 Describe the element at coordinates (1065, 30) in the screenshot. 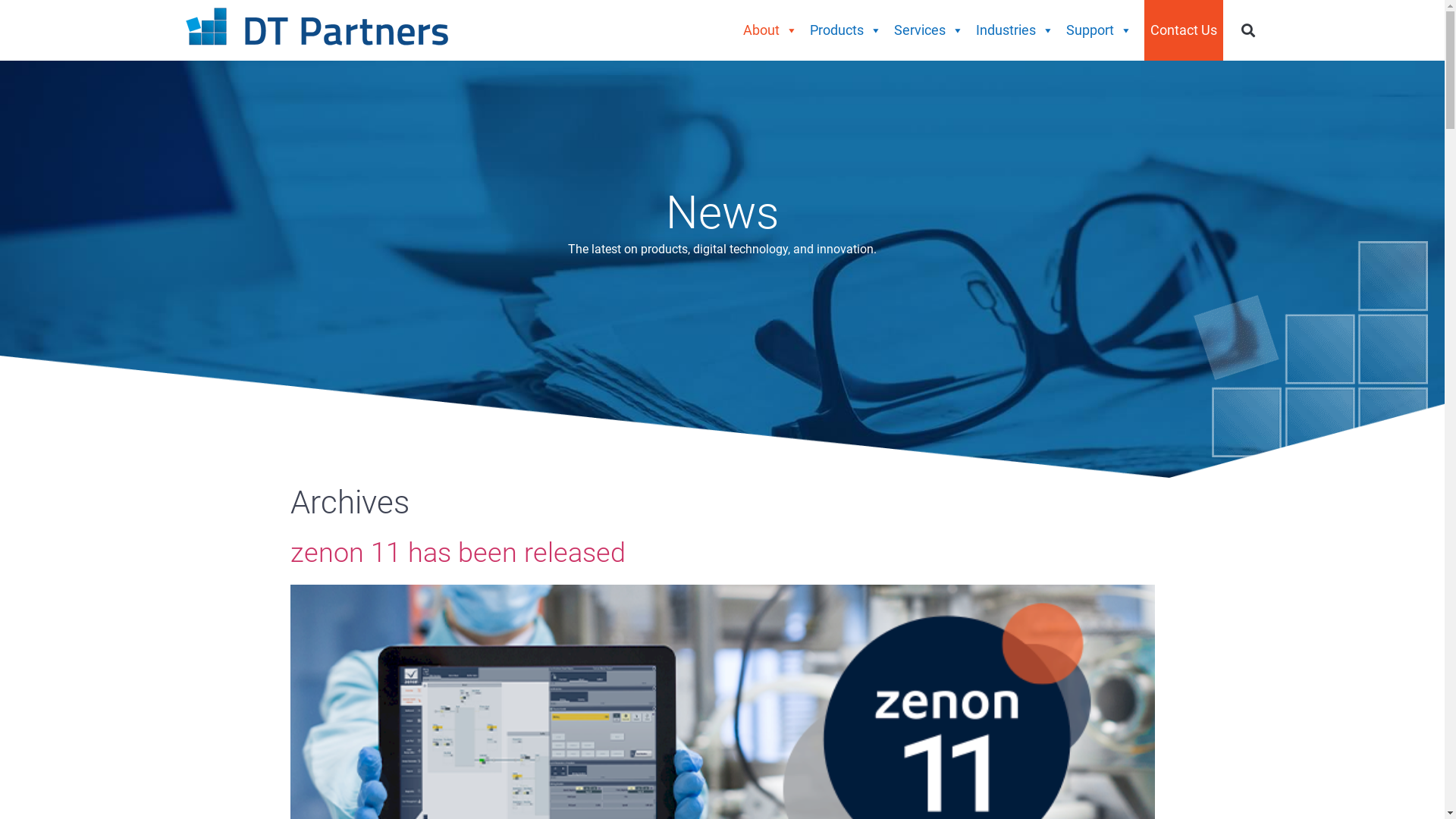

I see `'Support'` at that location.